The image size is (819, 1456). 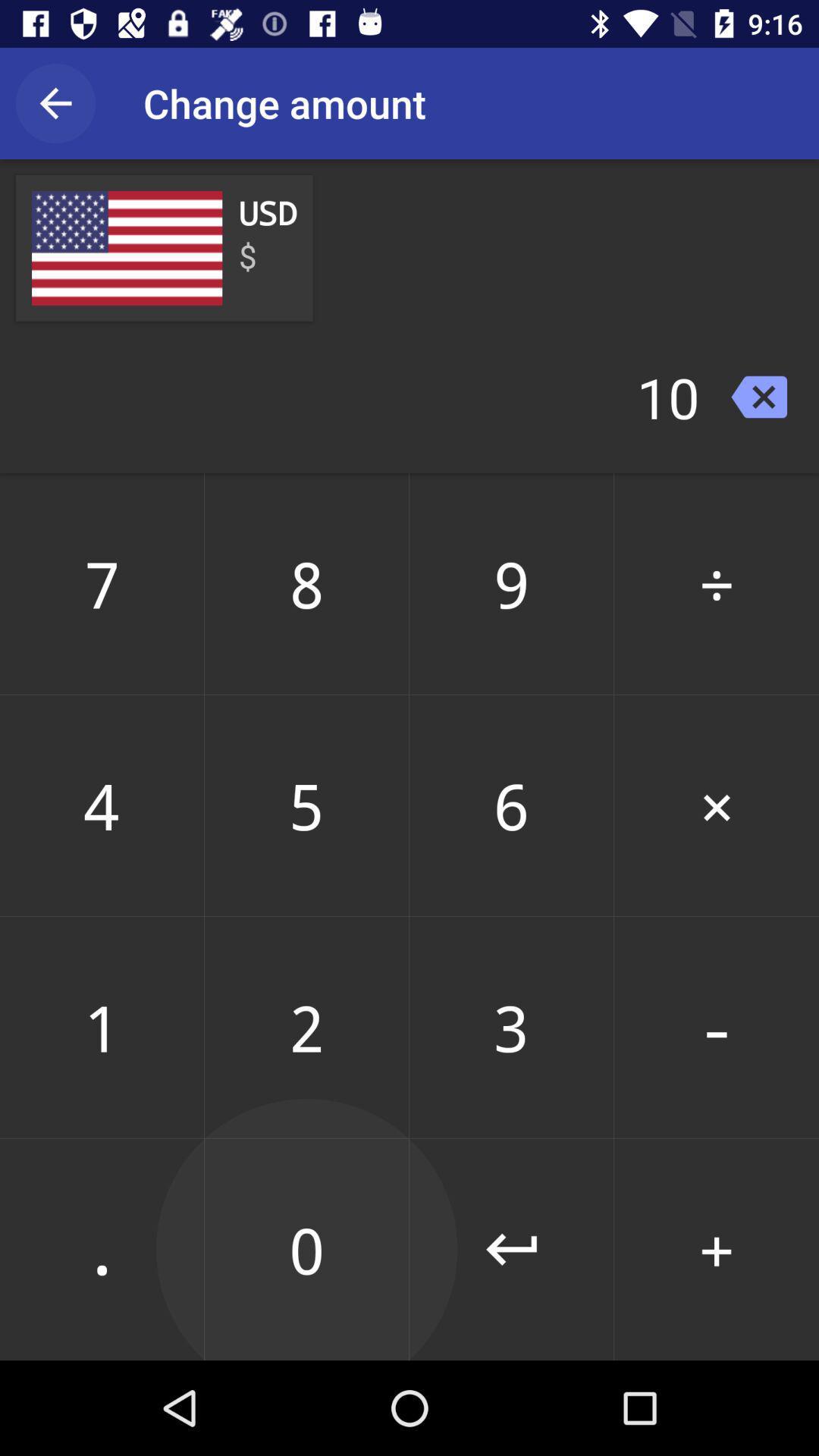 I want to click on item to the right of 2 item, so click(x=511, y=1249).